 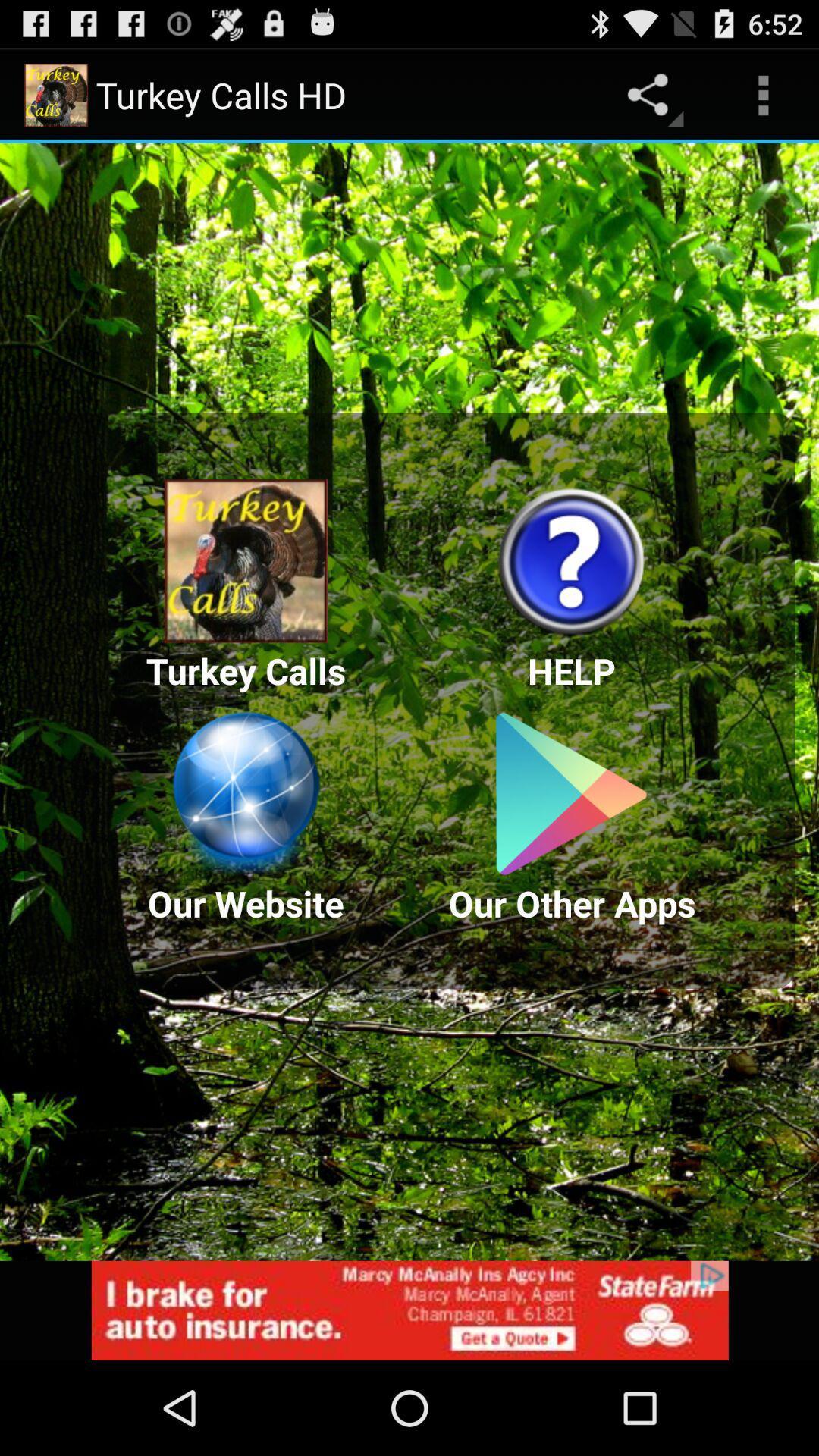 I want to click on advertisement banner, so click(x=409, y=1310).